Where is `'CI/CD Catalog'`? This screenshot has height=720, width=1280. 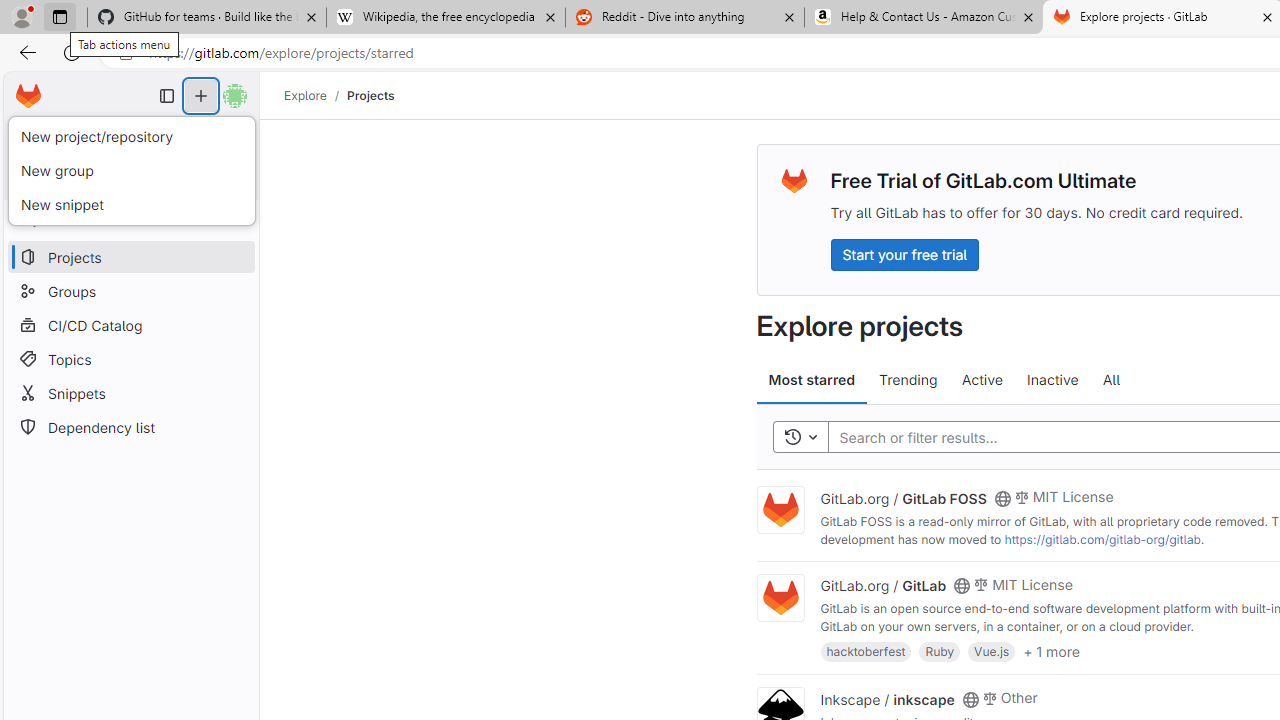 'CI/CD Catalog' is located at coordinates (130, 324).